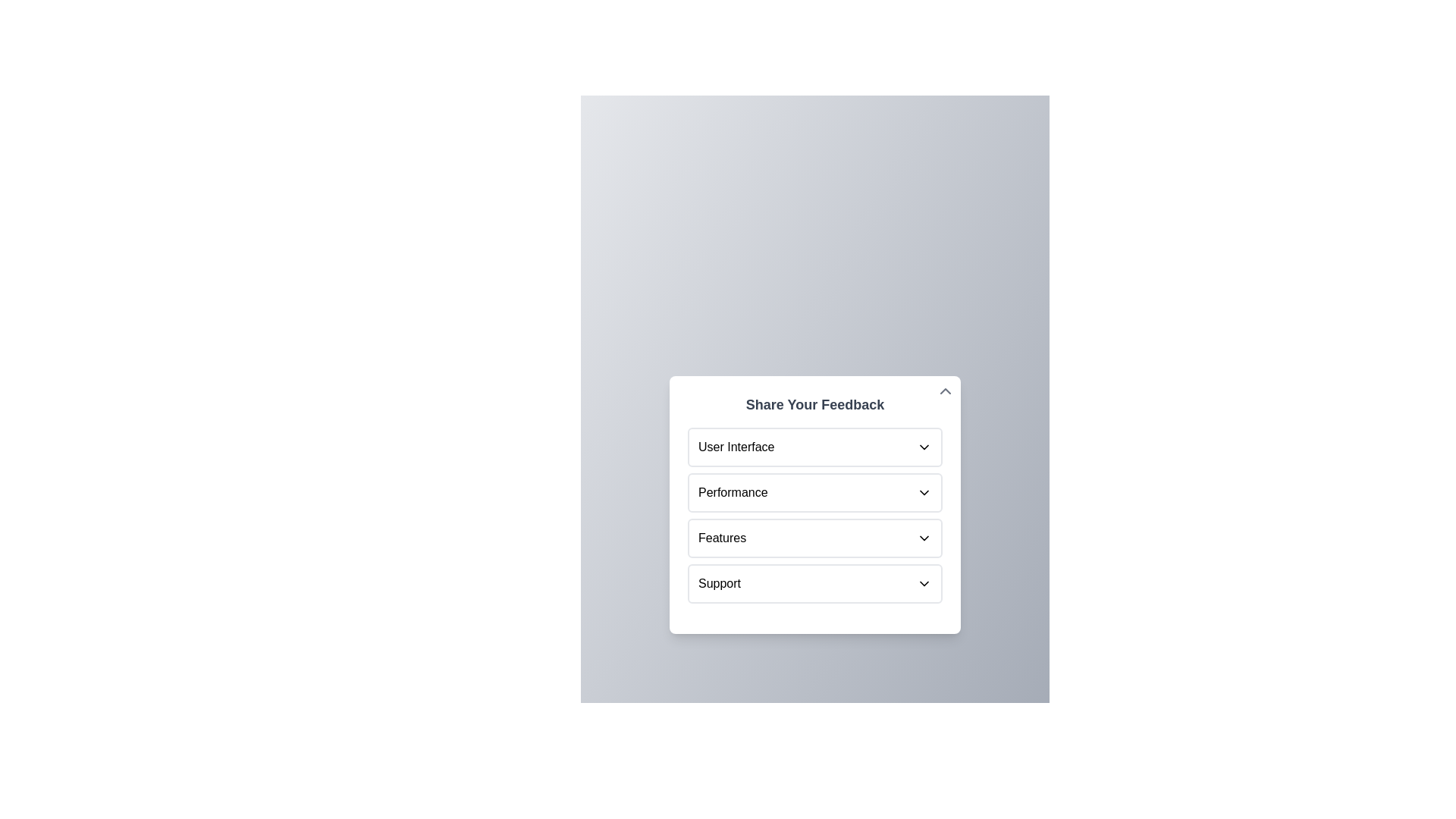  Describe the element at coordinates (924, 447) in the screenshot. I see `the chevron-down indicator icon located to the far right of the 'User Interface' section to interact with the dropdown menu` at that location.